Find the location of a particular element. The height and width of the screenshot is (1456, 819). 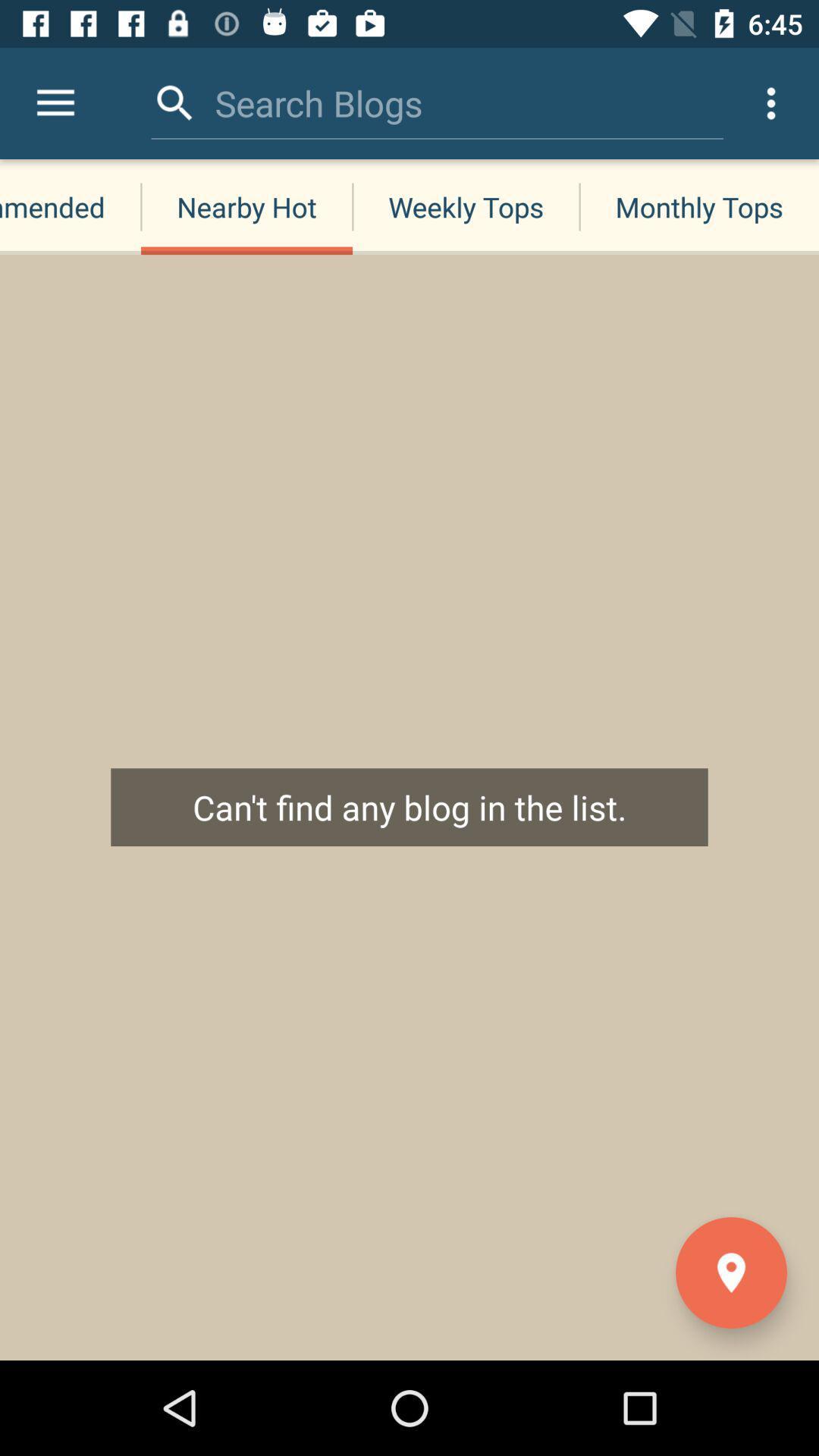

the icon to the left of the monthly tops item is located at coordinates (318, 102).